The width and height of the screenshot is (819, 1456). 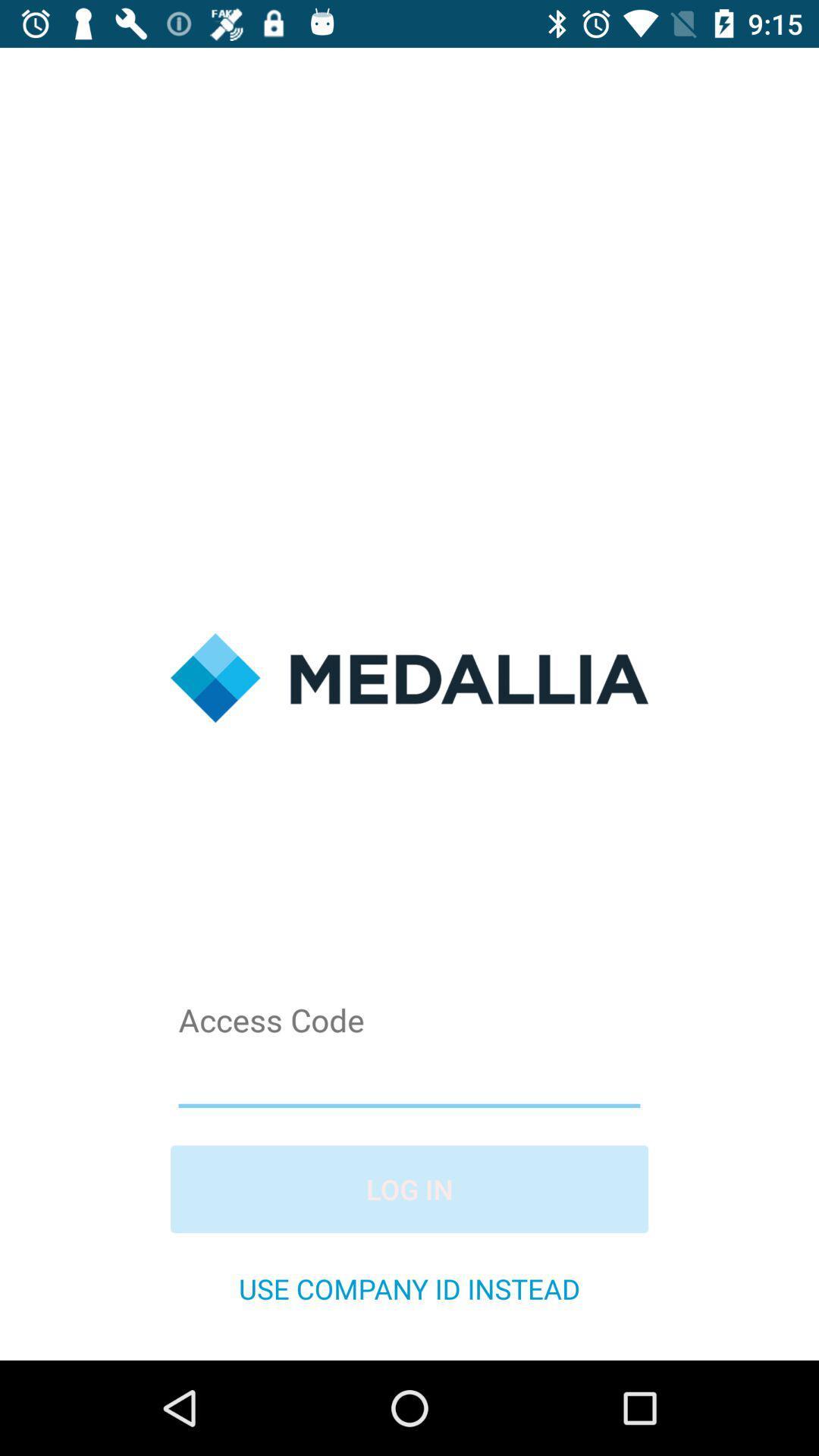 I want to click on ender the box, so click(x=409, y=1075).